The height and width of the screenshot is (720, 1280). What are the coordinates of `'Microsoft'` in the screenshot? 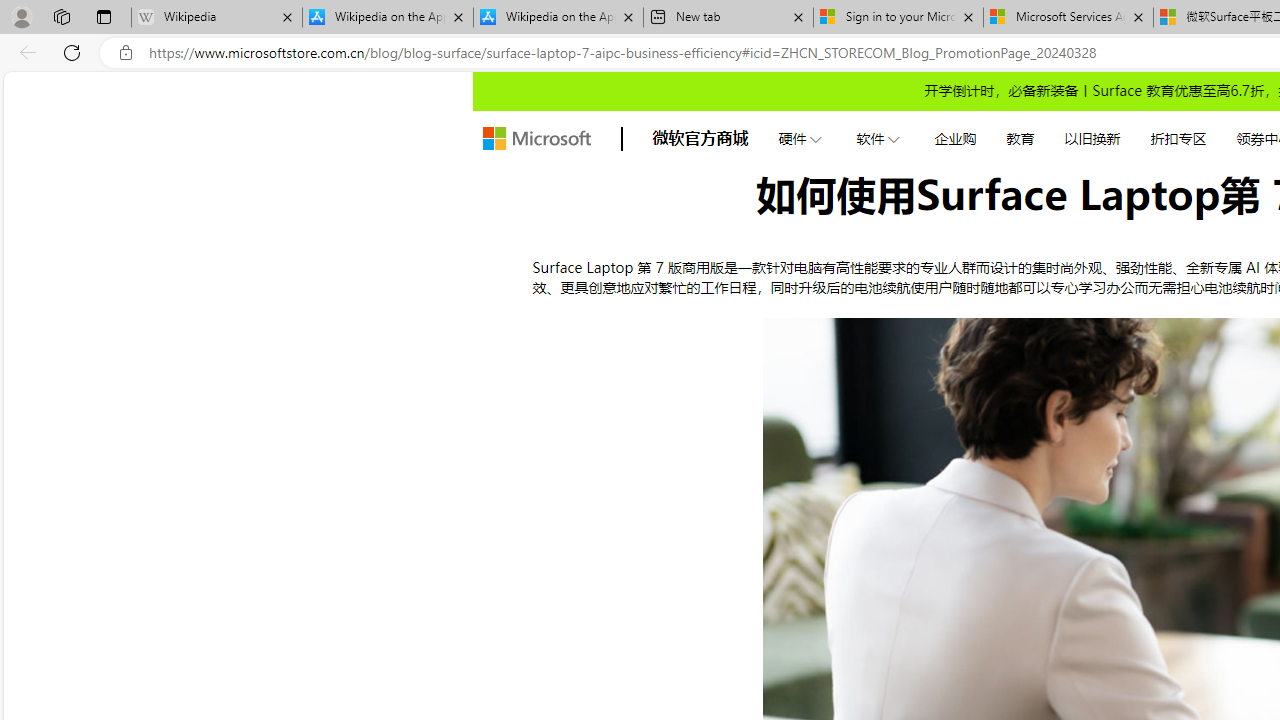 It's located at (536, 137).